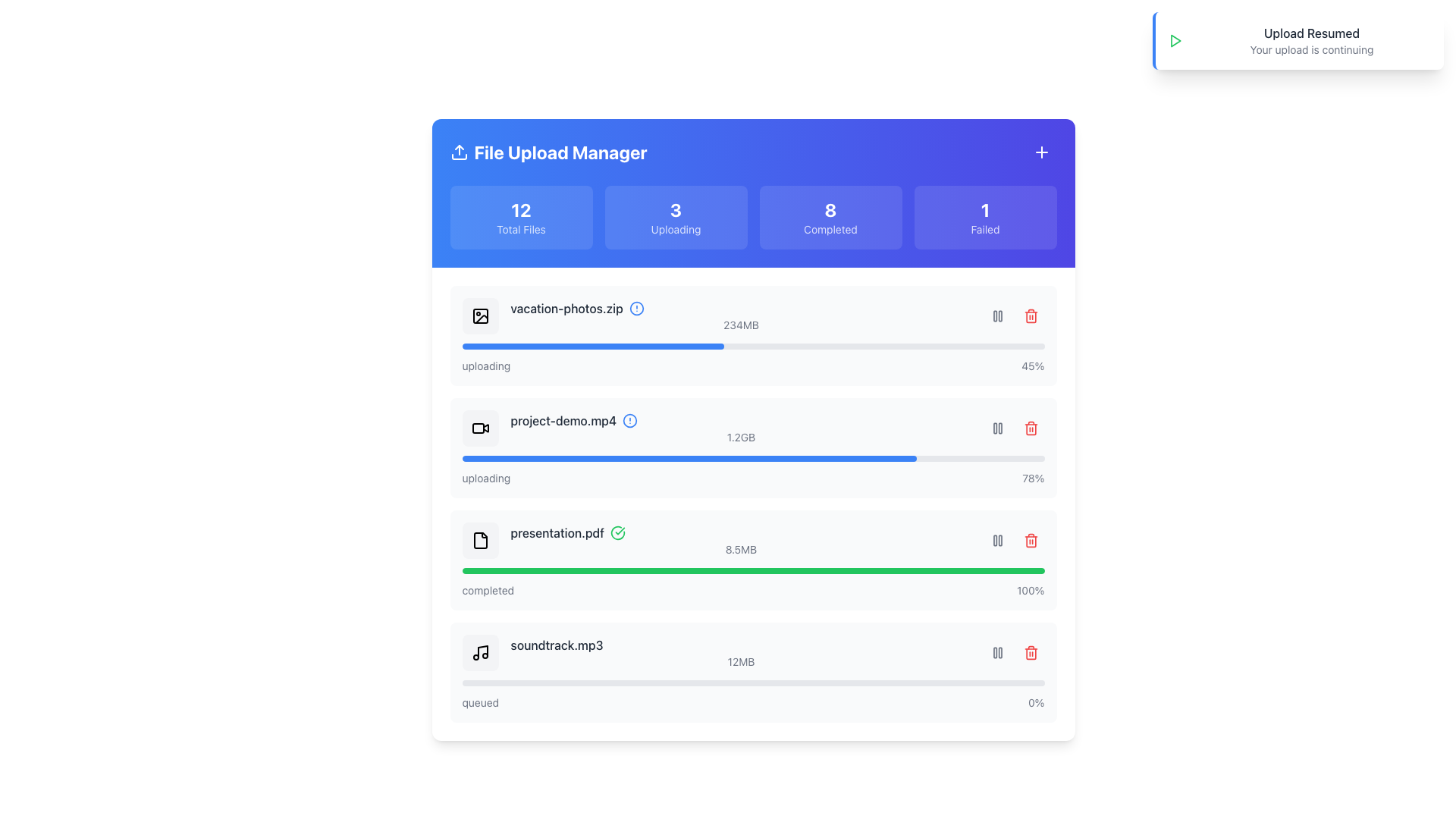 The height and width of the screenshot is (819, 1456). I want to click on the pause button icon, which is a square area with a gray stylized pause icon, located to the right of the upload progress bar for 'vacation-photos.zip', so click(997, 315).